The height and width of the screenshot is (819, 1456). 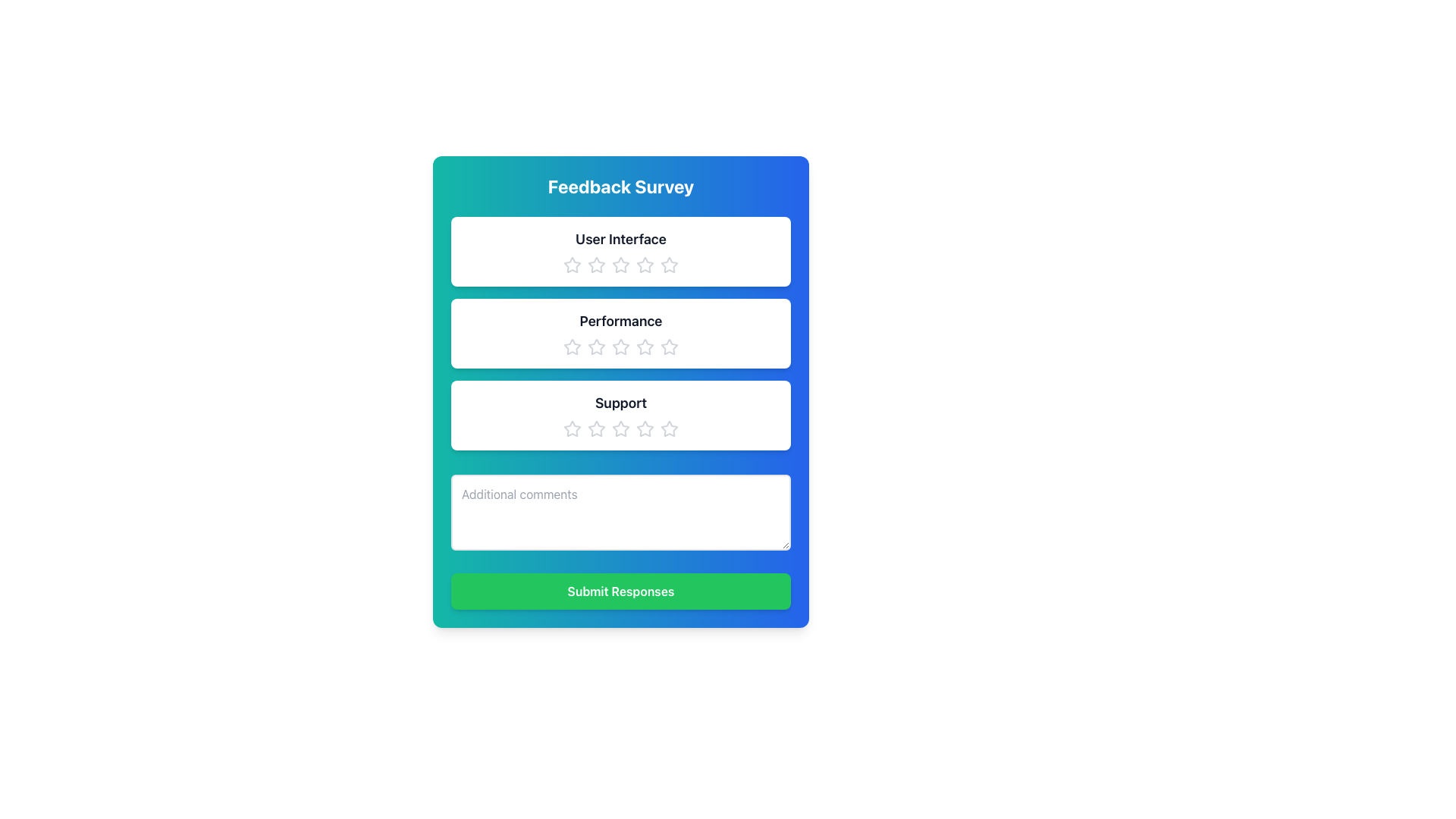 What do you see at coordinates (645, 347) in the screenshot?
I see `the third star-shaped icon in the outlined style under the 'Performance' category` at bounding box center [645, 347].